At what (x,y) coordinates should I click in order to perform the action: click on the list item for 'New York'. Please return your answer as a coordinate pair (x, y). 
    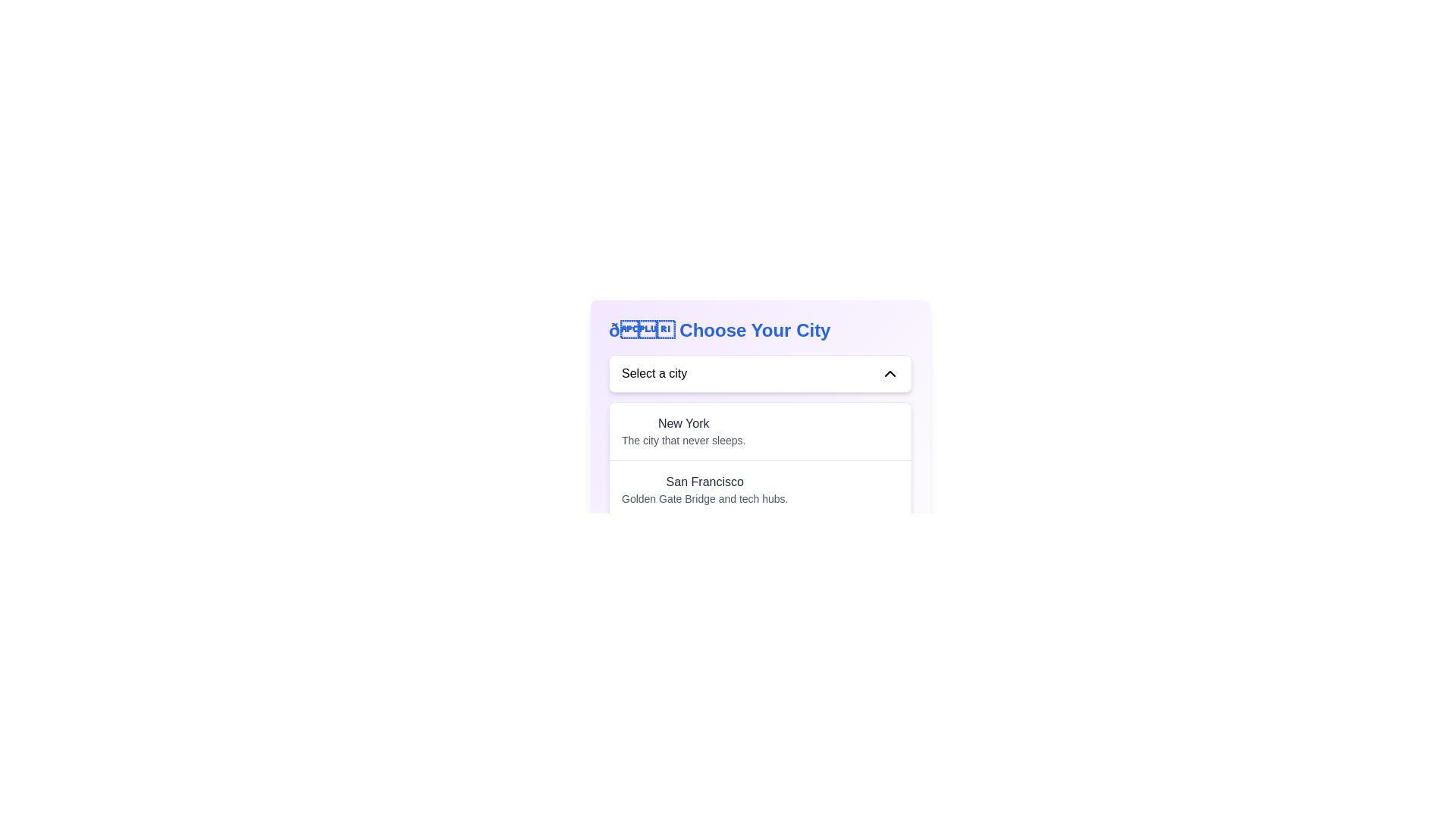
    Looking at the image, I should click on (682, 431).